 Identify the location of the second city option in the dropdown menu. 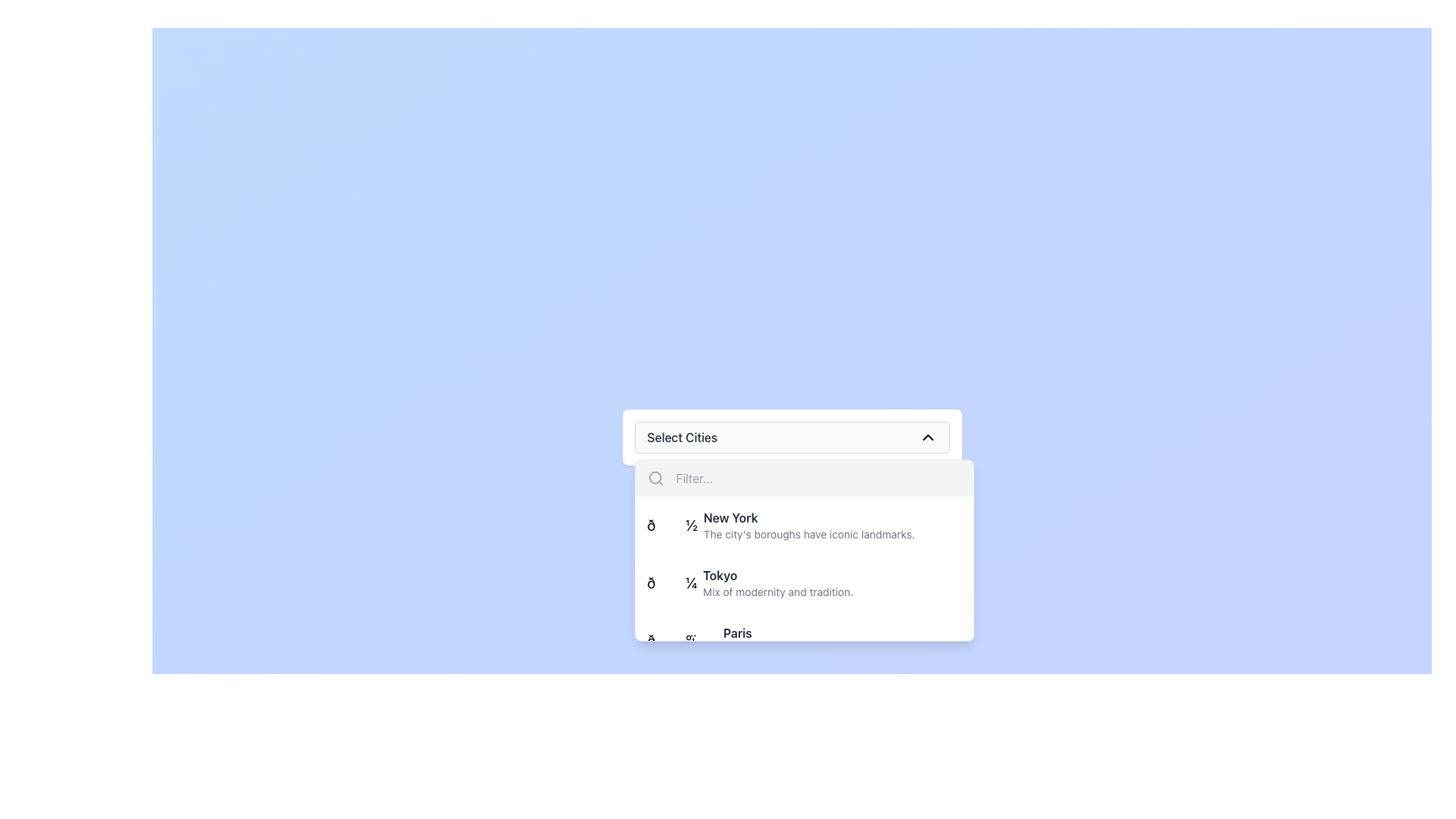
(750, 582).